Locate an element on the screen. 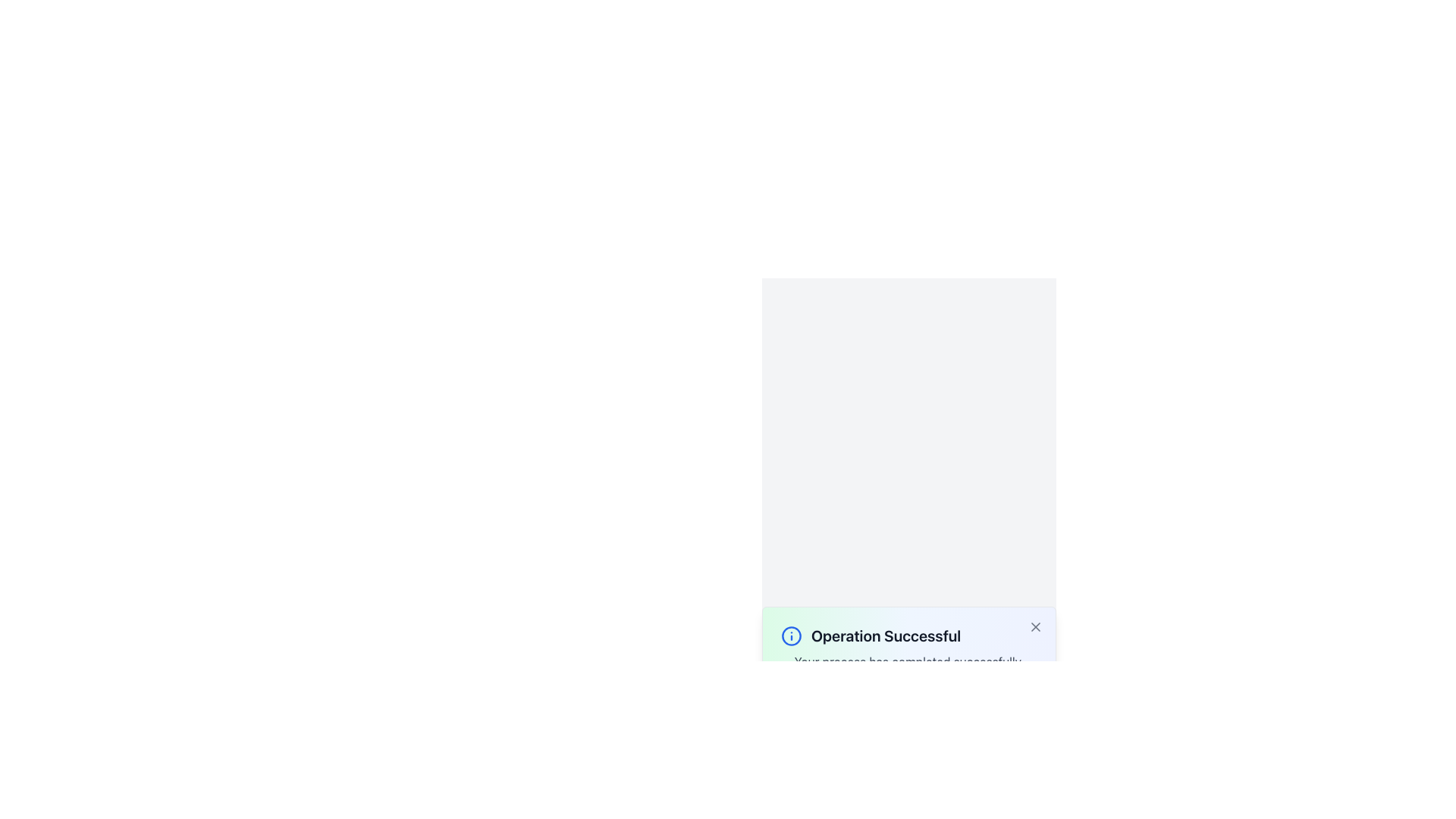  the static text element that indicates the successful completion of an operation, located to the right of the circular blue 'info' icon is located at coordinates (886, 636).